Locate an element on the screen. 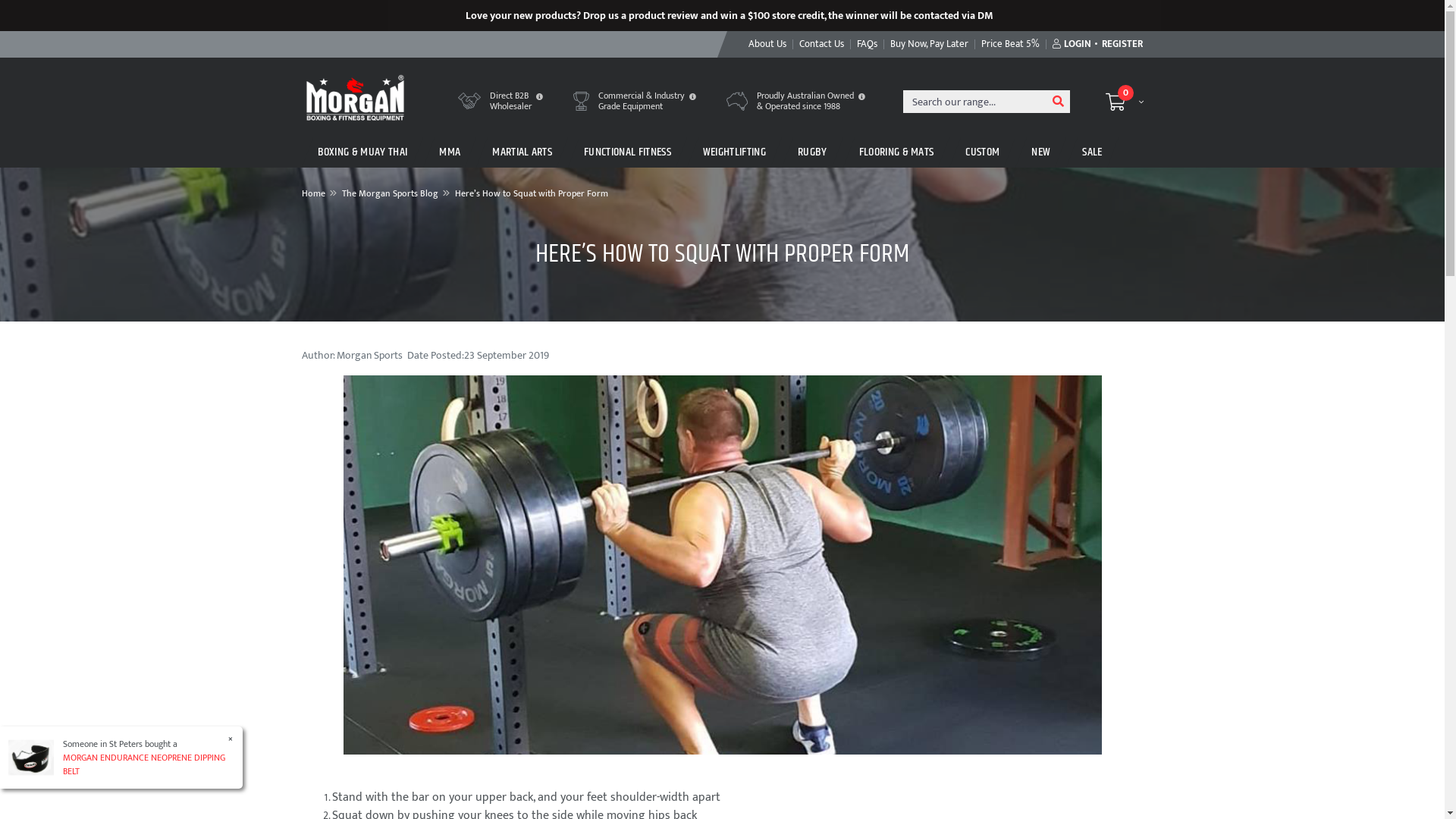 This screenshot has height=819, width=1456. 'Search' is located at coordinates (1046, 102).